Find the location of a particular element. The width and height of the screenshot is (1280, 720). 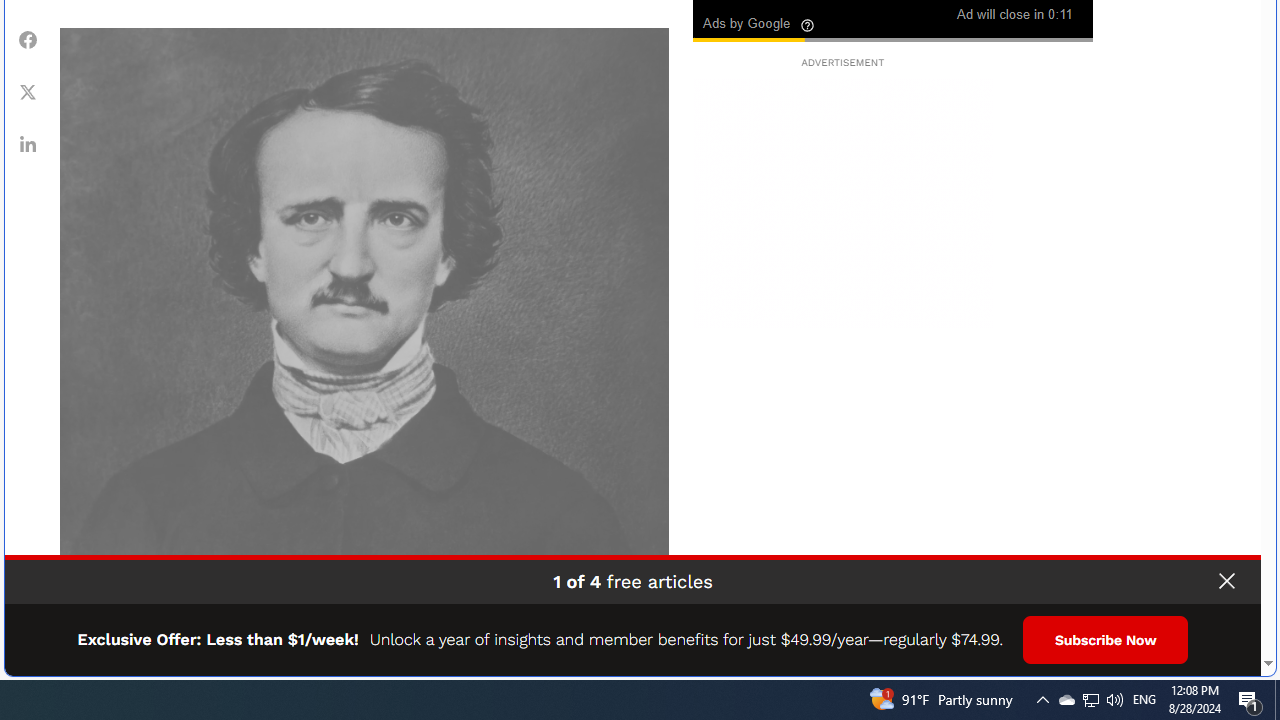

'Portrait of Edgar Allan Poe.' is located at coordinates (364, 331).